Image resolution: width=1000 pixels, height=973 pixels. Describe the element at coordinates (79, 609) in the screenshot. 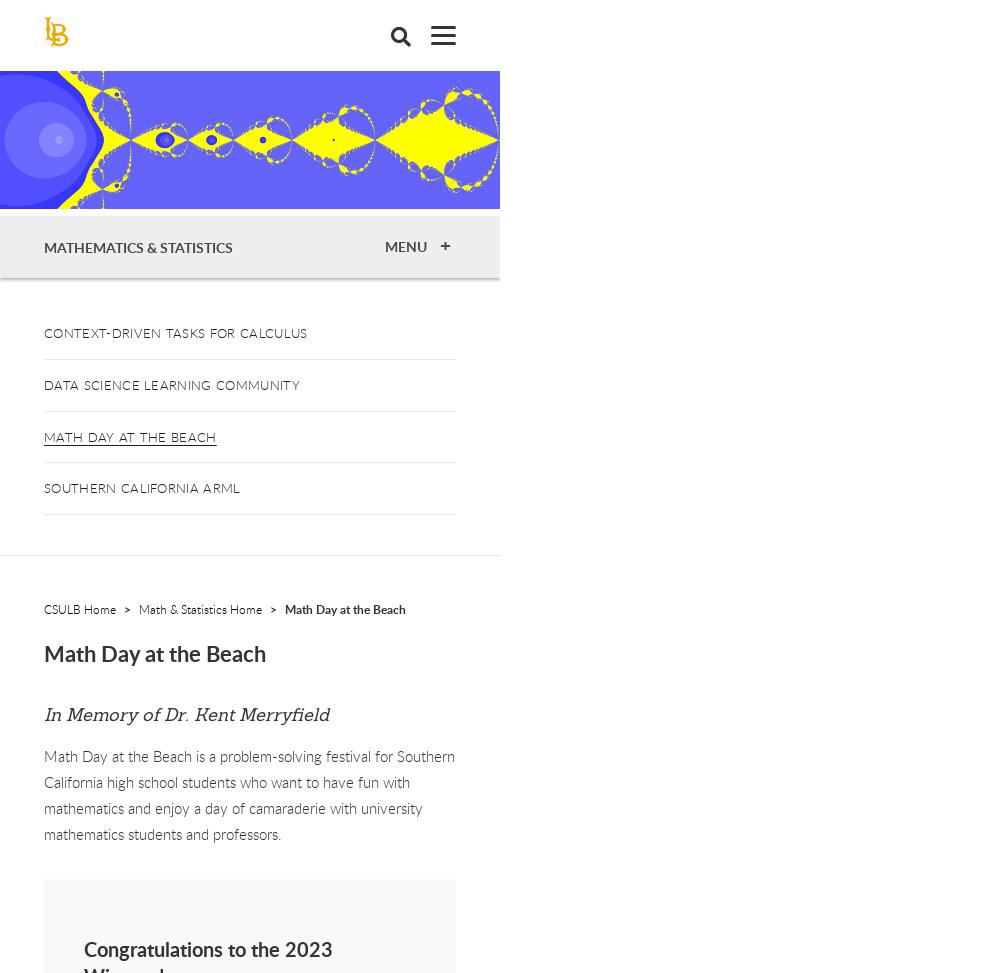

I see `'CSULB Home'` at that location.